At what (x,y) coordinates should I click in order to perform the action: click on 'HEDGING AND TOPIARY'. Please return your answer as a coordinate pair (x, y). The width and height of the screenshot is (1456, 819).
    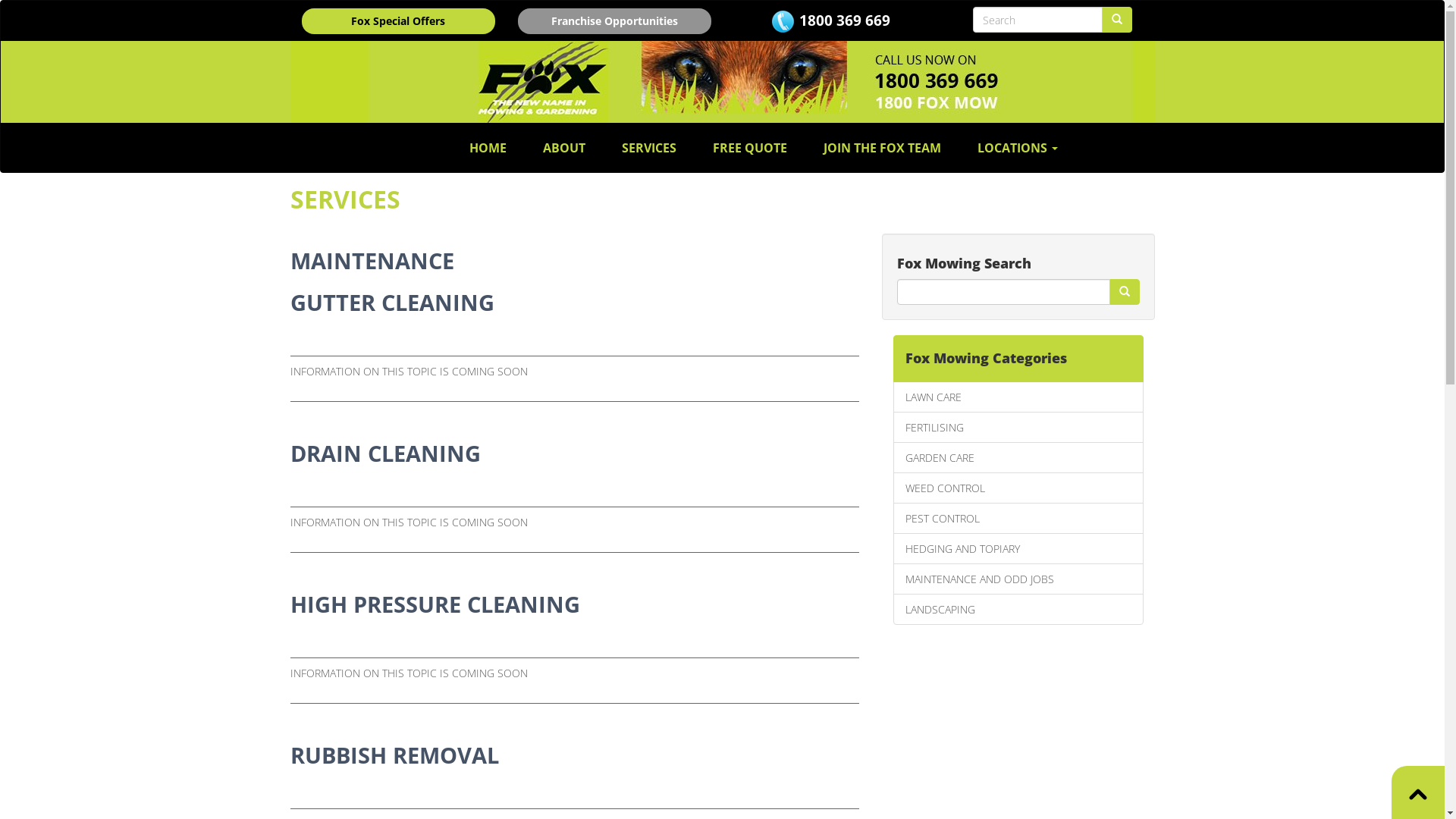
    Looking at the image, I should click on (1018, 548).